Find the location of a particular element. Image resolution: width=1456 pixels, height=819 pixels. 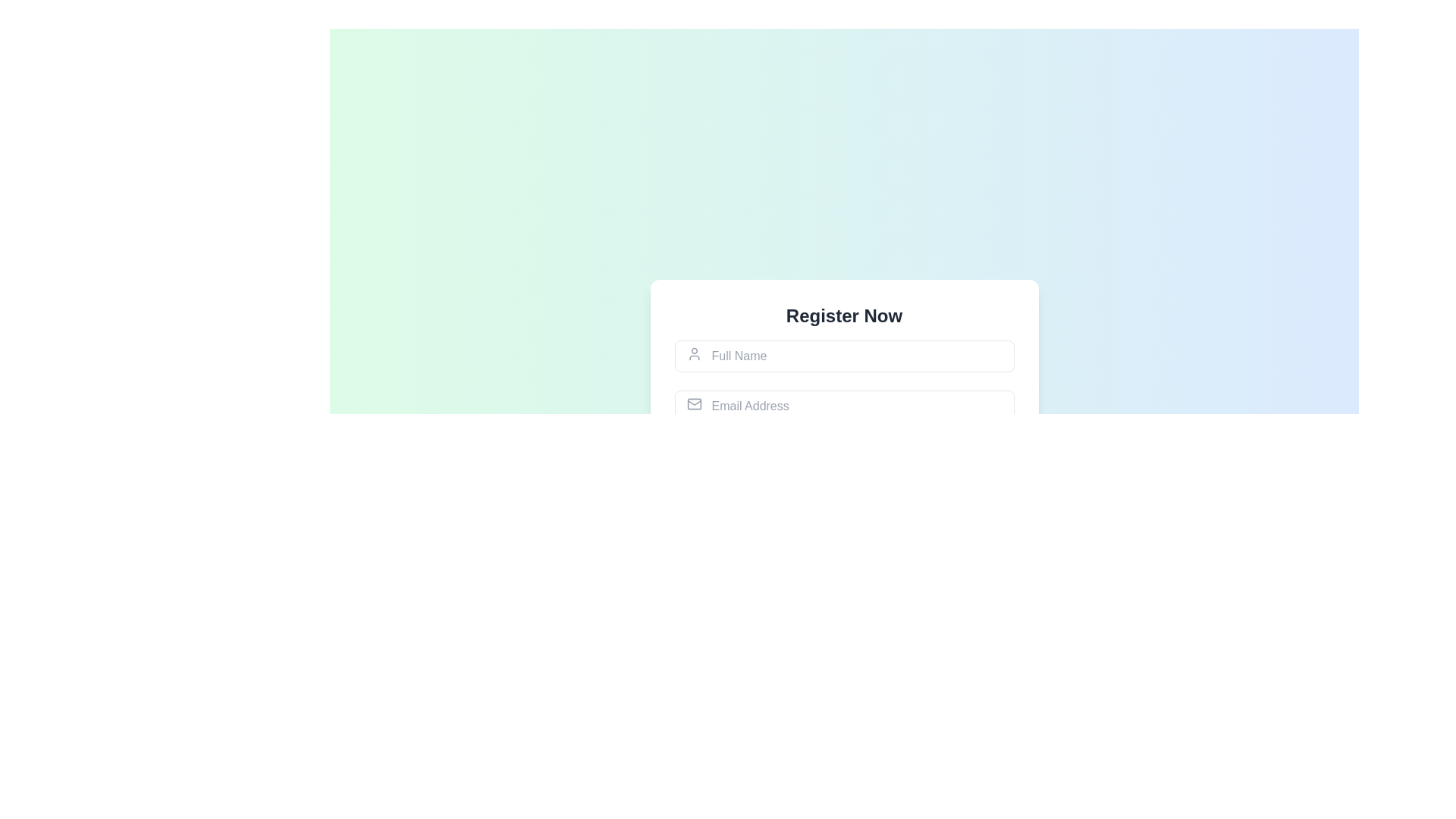

the bold, large heading text 'Register Now' displayed prominently at the top of the registration panel by reading it is located at coordinates (843, 315).